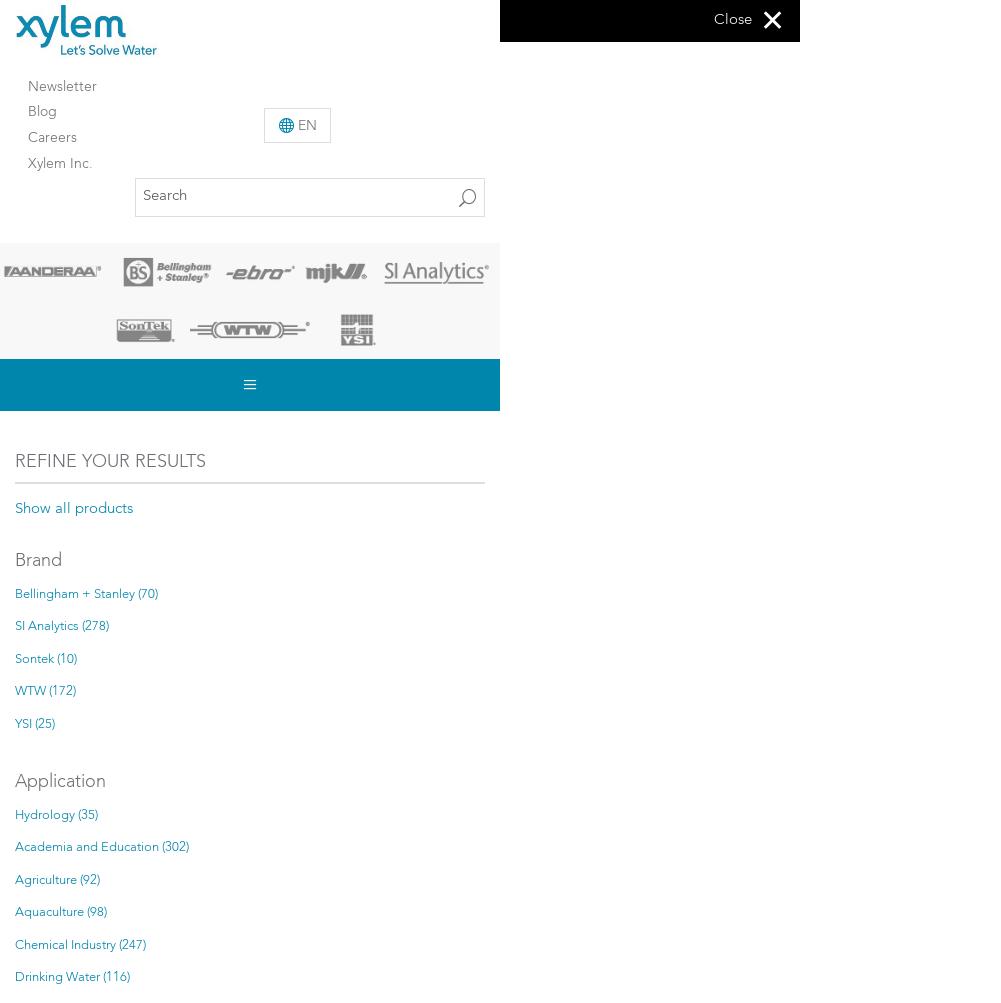 The image size is (1001, 1003). What do you see at coordinates (15, 626) in the screenshot?
I see `'SI Analytics (278)'` at bounding box center [15, 626].